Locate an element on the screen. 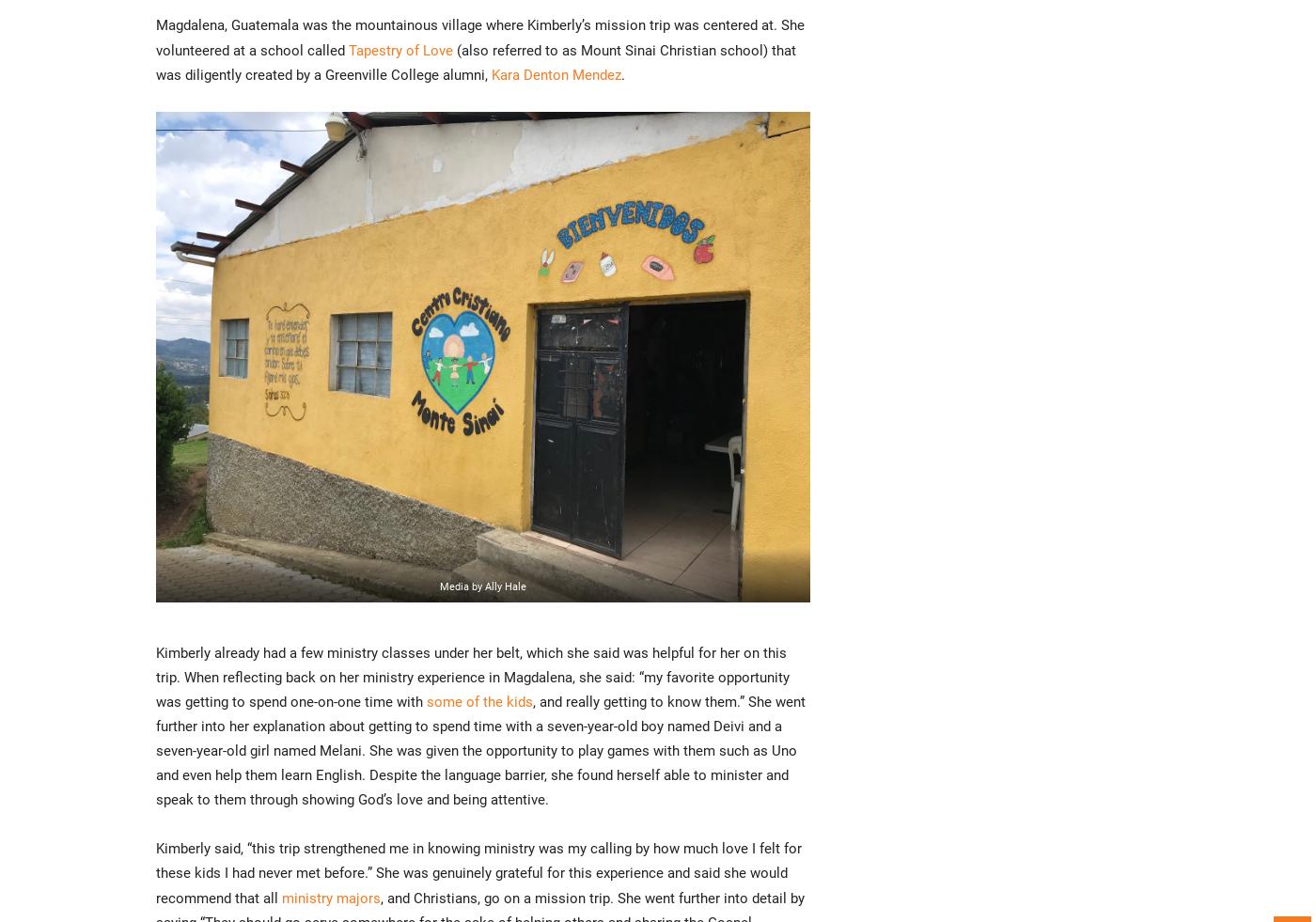 The image size is (1316, 922). 'some of the kids' is located at coordinates (479, 700).